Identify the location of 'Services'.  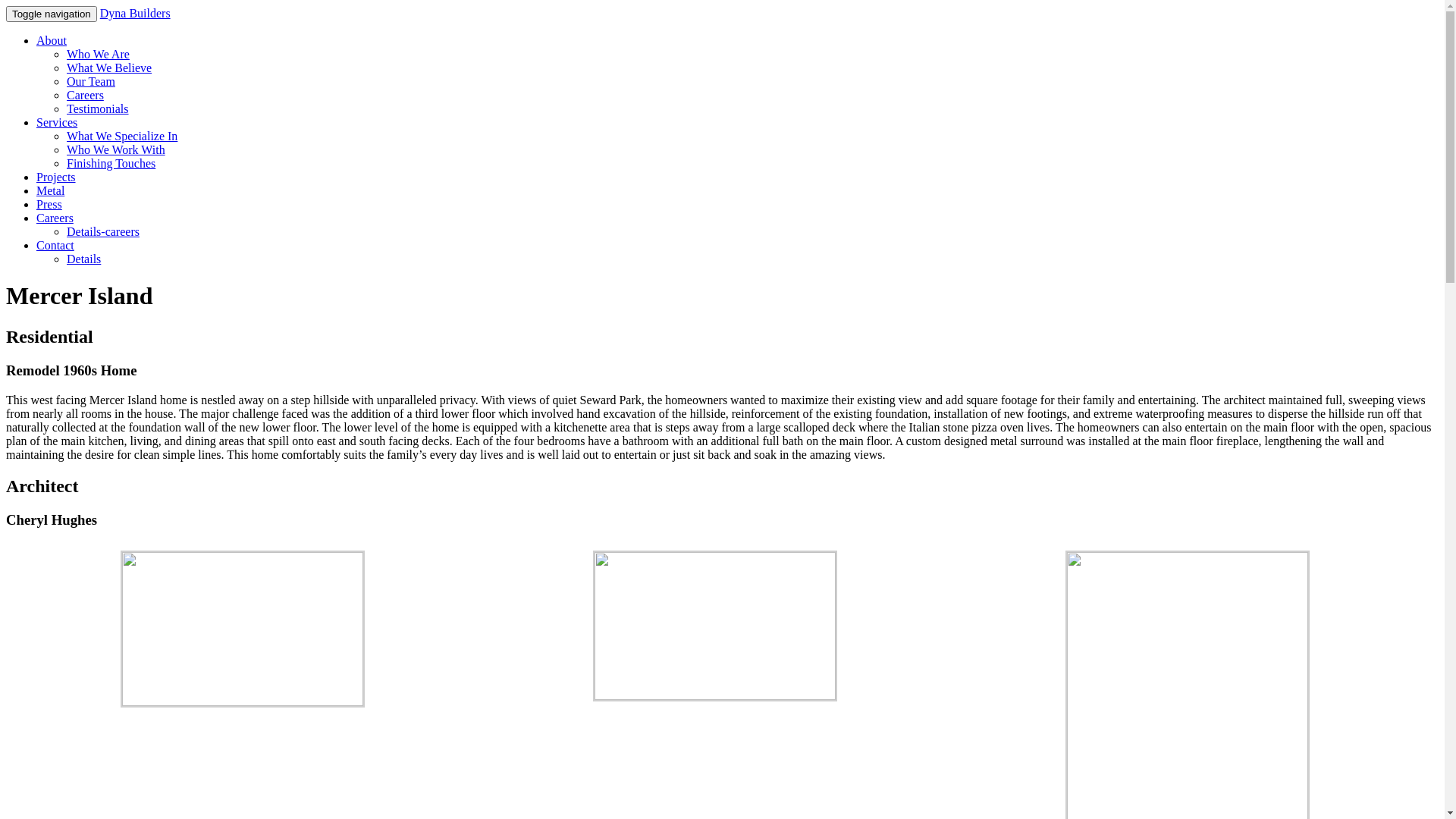
(36, 121).